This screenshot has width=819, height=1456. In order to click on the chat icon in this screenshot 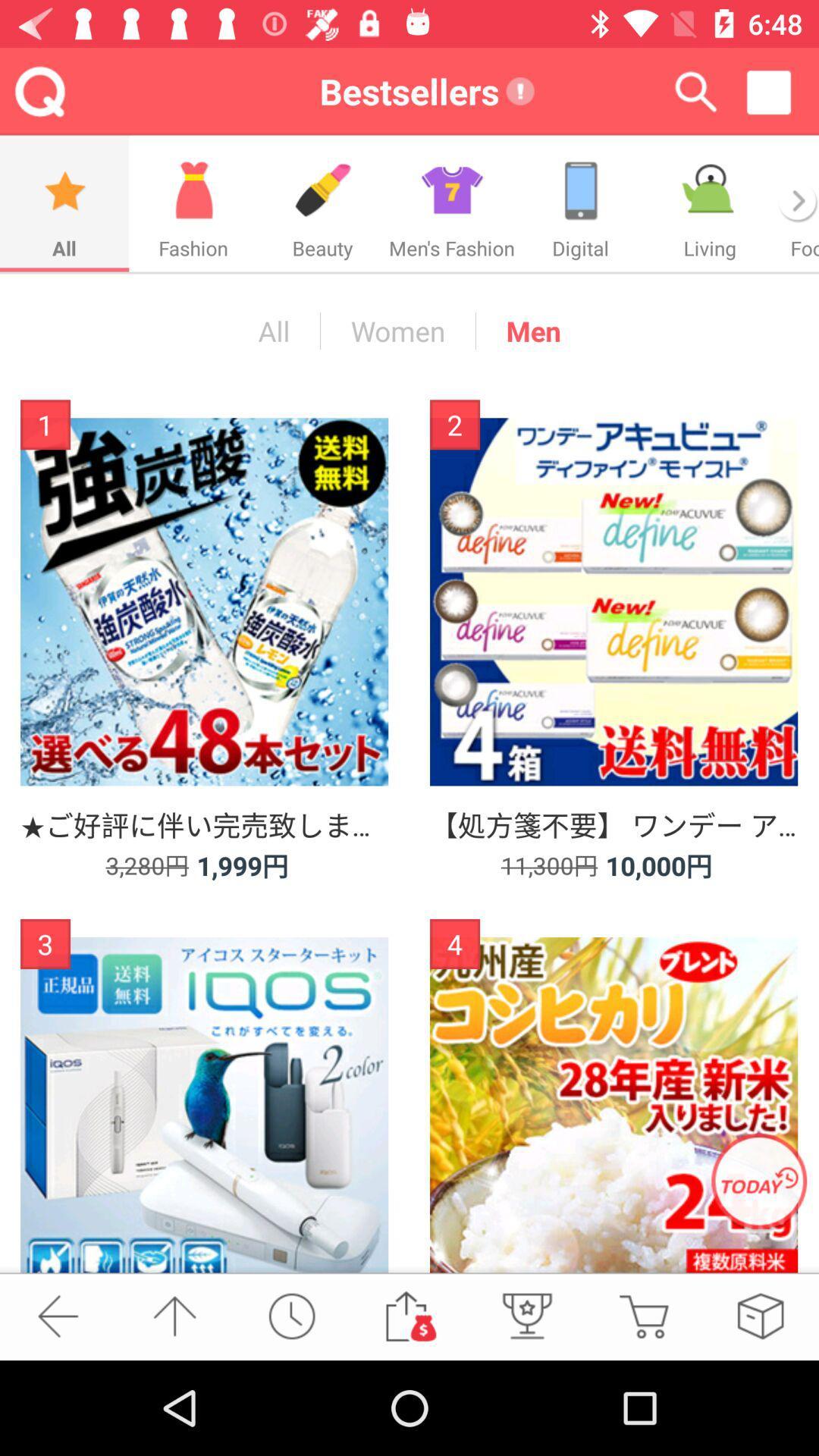, I will do `click(710, 202)`.